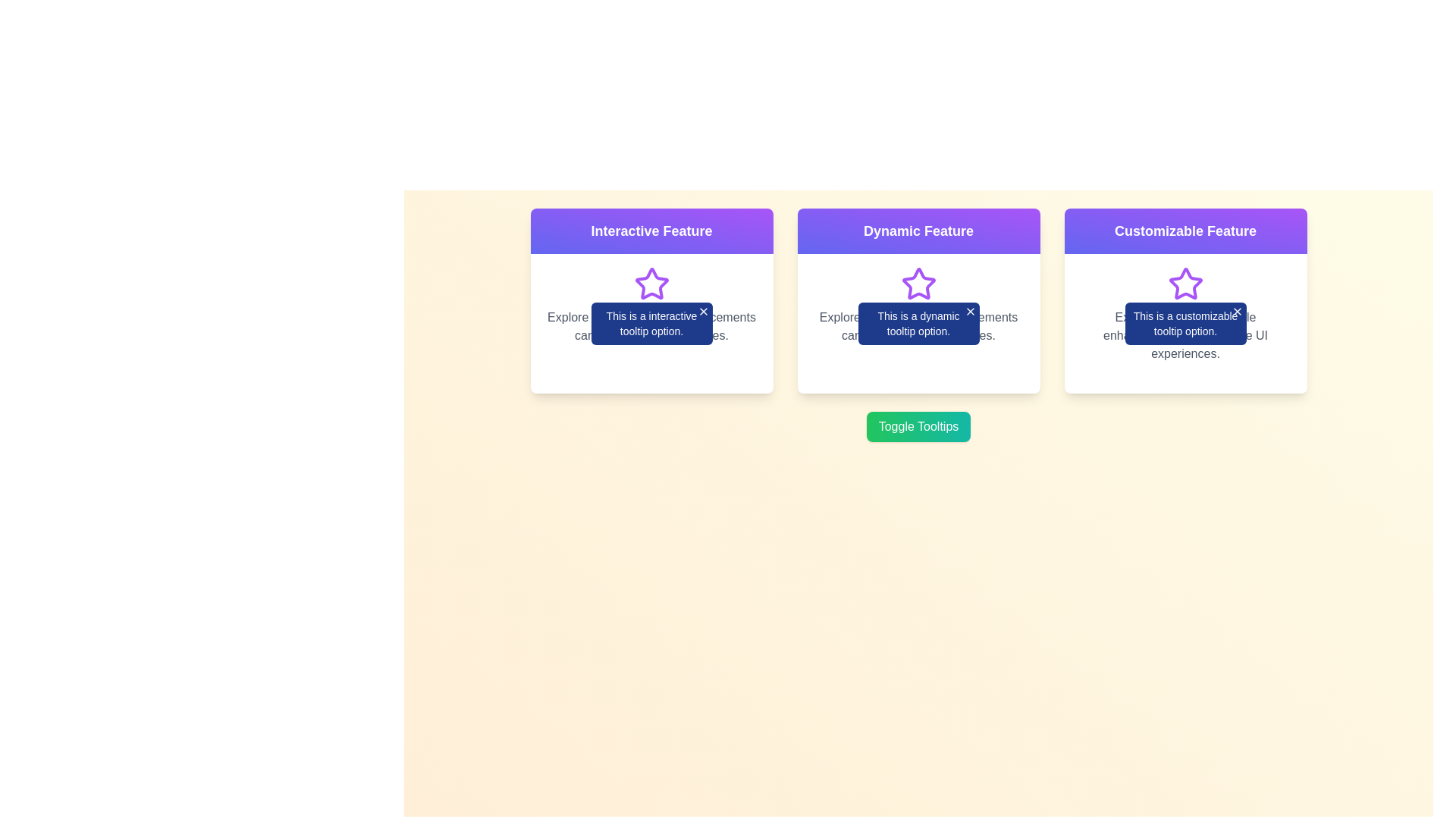 The image size is (1456, 819). What do you see at coordinates (1237, 311) in the screenshot?
I see `the small 'X' button in the top-right corner of the tooltip beneath the 'Customizable Feature' section` at bounding box center [1237, 311].